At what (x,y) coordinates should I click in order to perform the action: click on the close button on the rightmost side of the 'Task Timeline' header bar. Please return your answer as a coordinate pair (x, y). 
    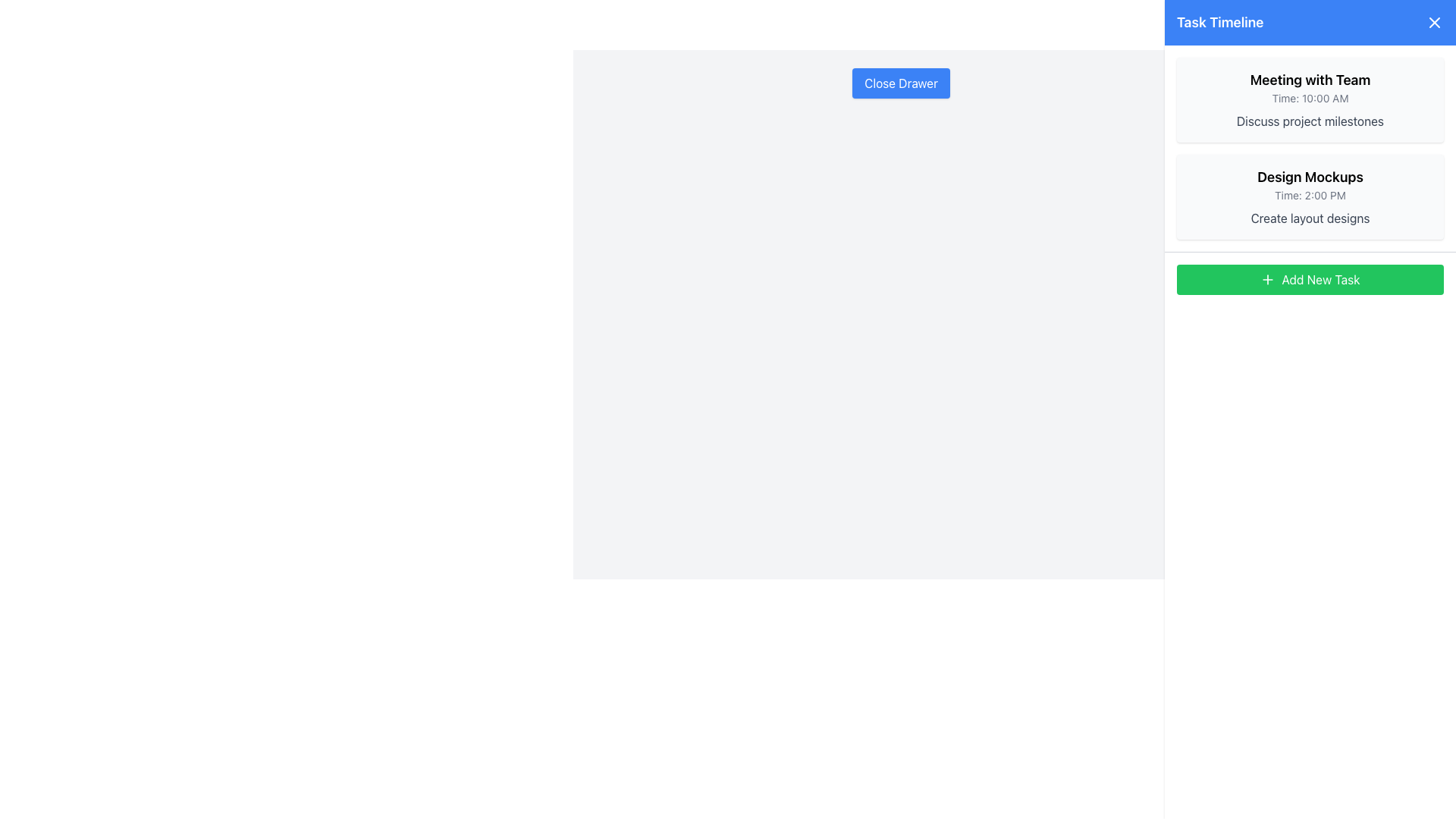
    Looking at the image, I should click on (1433, 23).